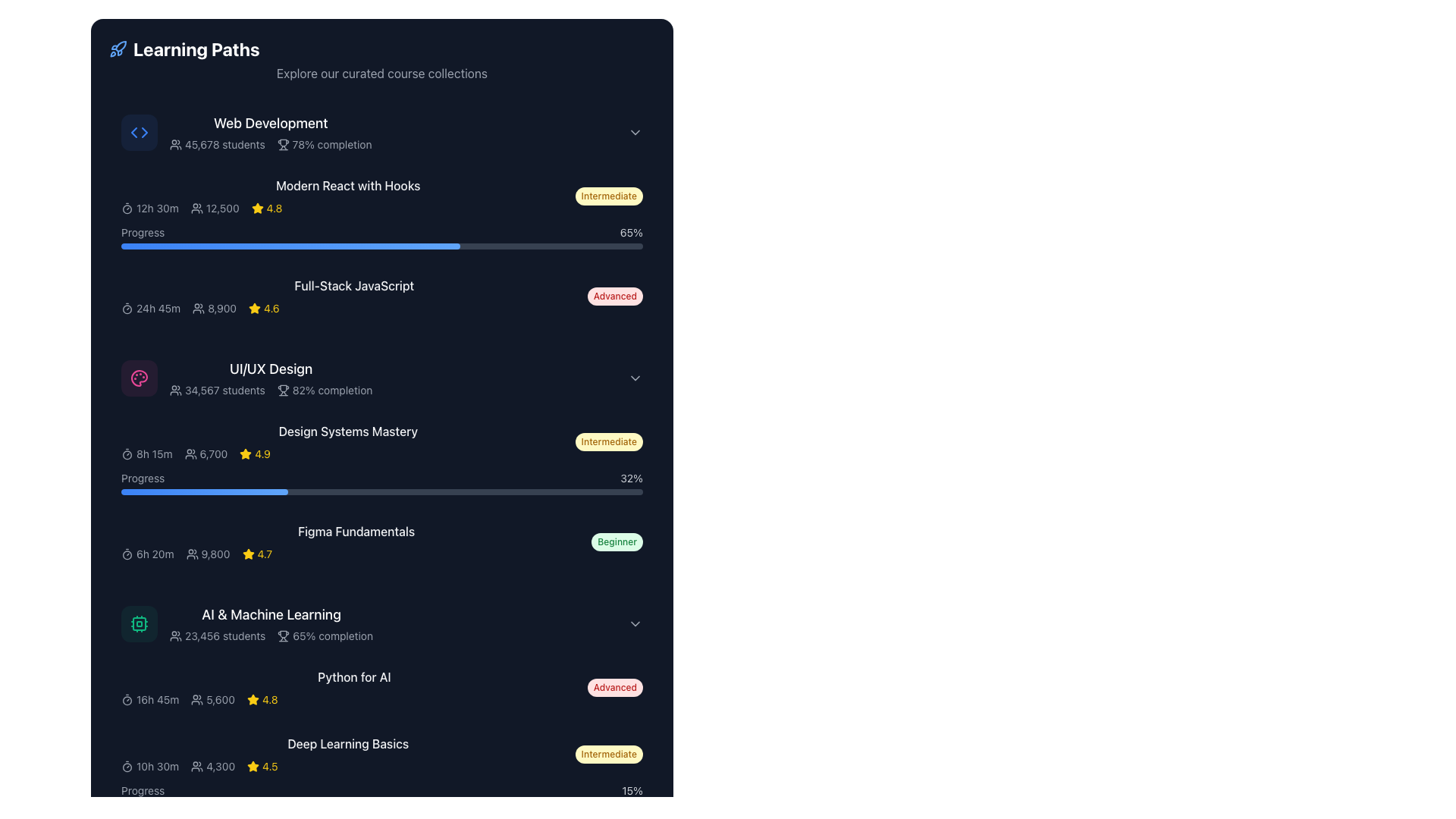 The image size is (1456, 819). Describe the element at coordinates (617, 541) in the screenshot. I see `the badge indicating the skill level 'Beginner' for the 'Figma Fundamentals' course in the 'Learning Paths' section` at that location.